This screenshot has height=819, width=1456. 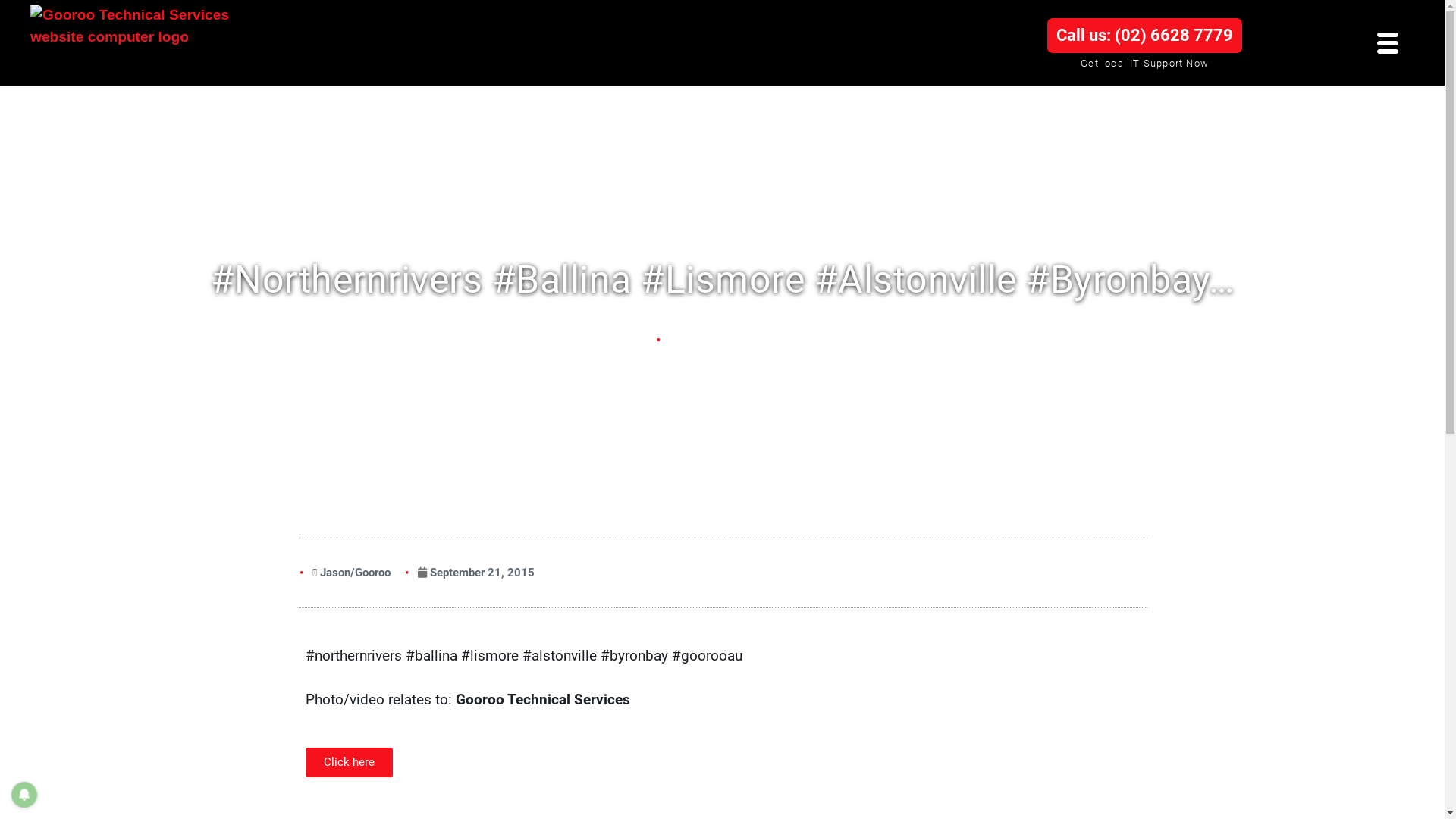 What do you see at coordinates (1046, 34) in the screenshot?
I see `'Call us: (02) 6628 7779'` at bounding box center [1046, 34].